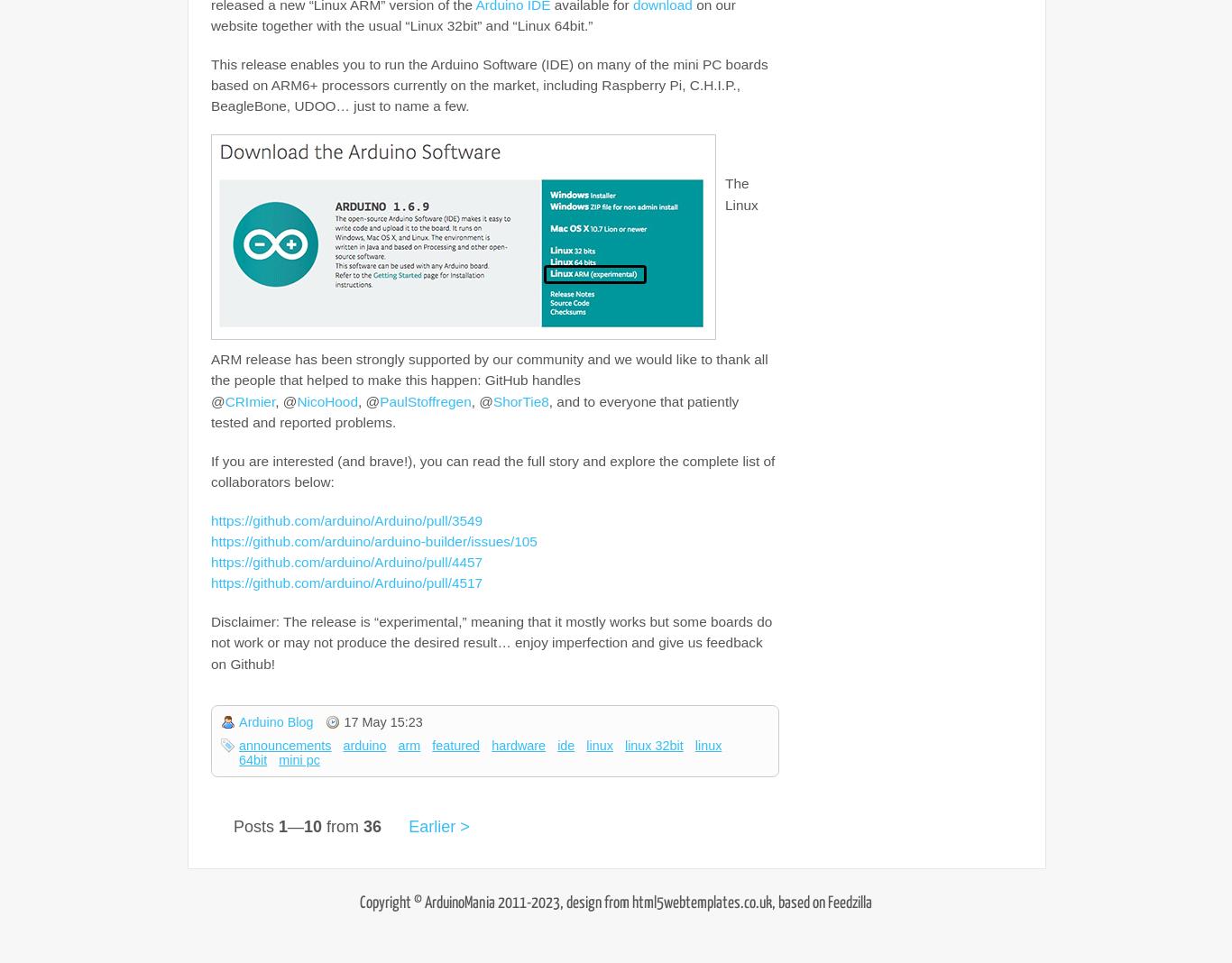  I want to click on 'https://github.com/arduino/Arduino/pull/3549', so click(345, 518).